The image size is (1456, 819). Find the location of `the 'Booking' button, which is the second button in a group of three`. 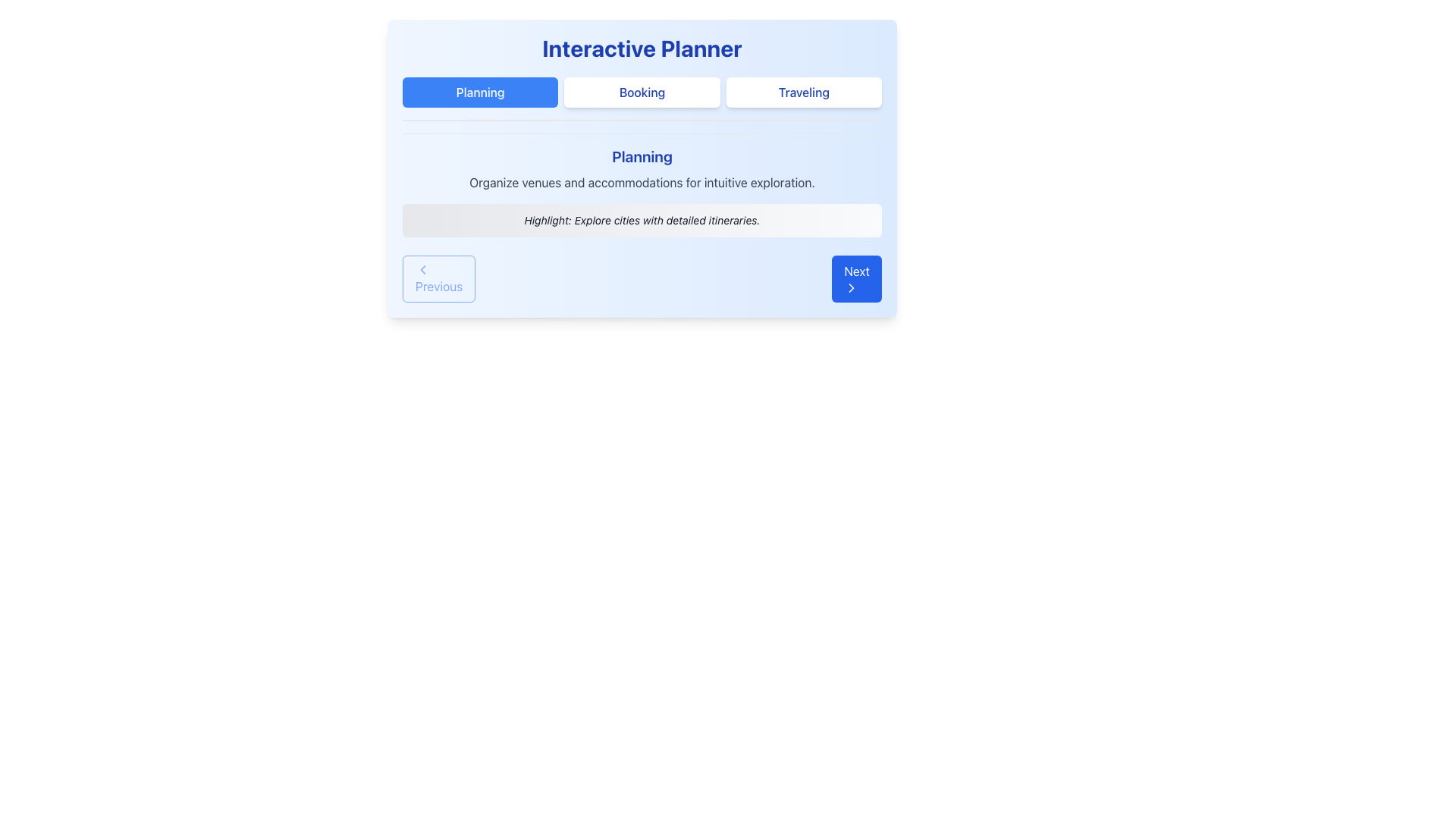

the 'Booking' button, which is the second button in a group of three is located at coordinates (642, 93).